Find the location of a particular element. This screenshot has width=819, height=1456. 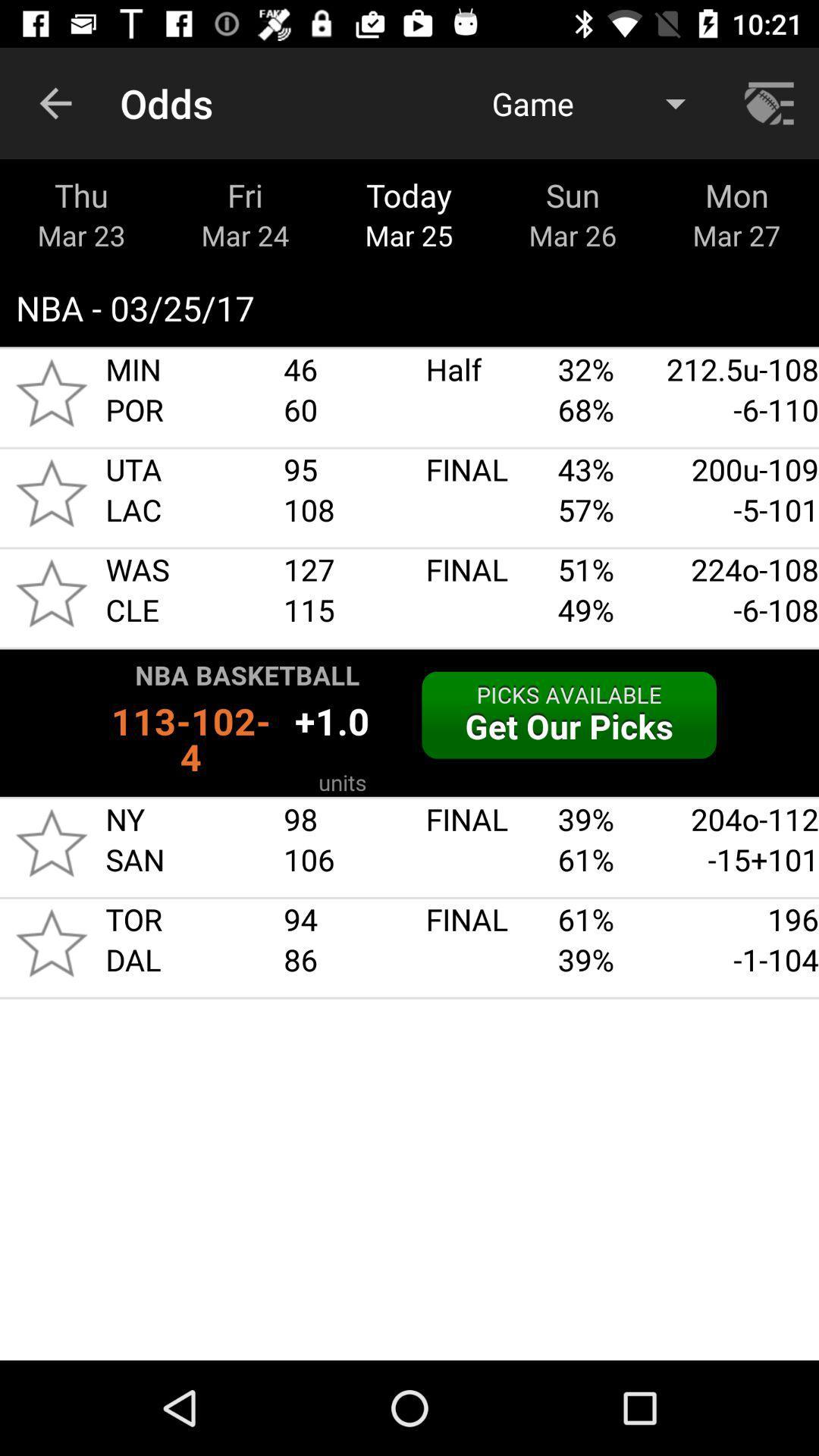

the game score is located at coordinates (51, 493).